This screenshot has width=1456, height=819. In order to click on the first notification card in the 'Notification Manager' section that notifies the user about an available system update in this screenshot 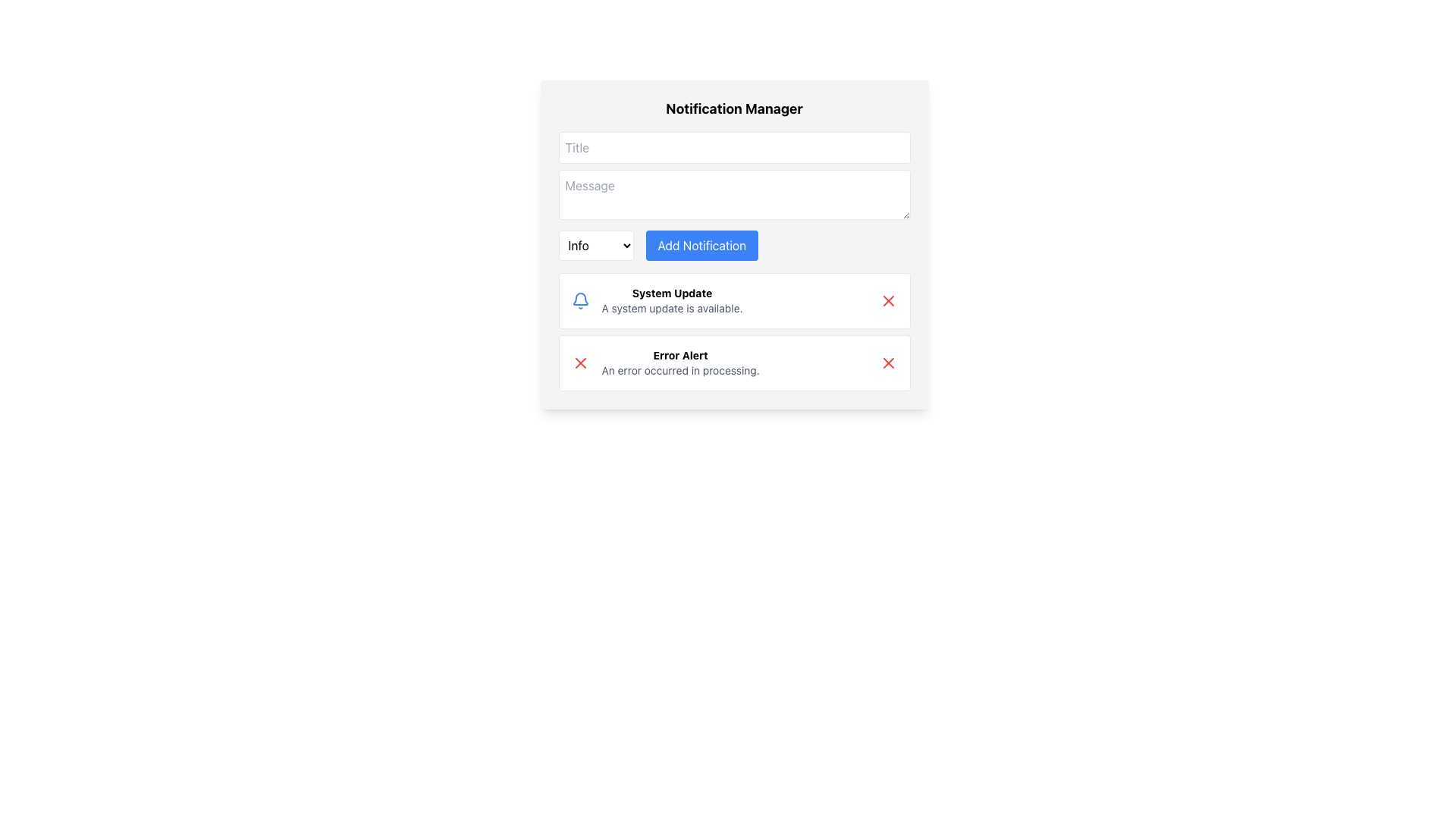, I will do `click(657, 301)`.